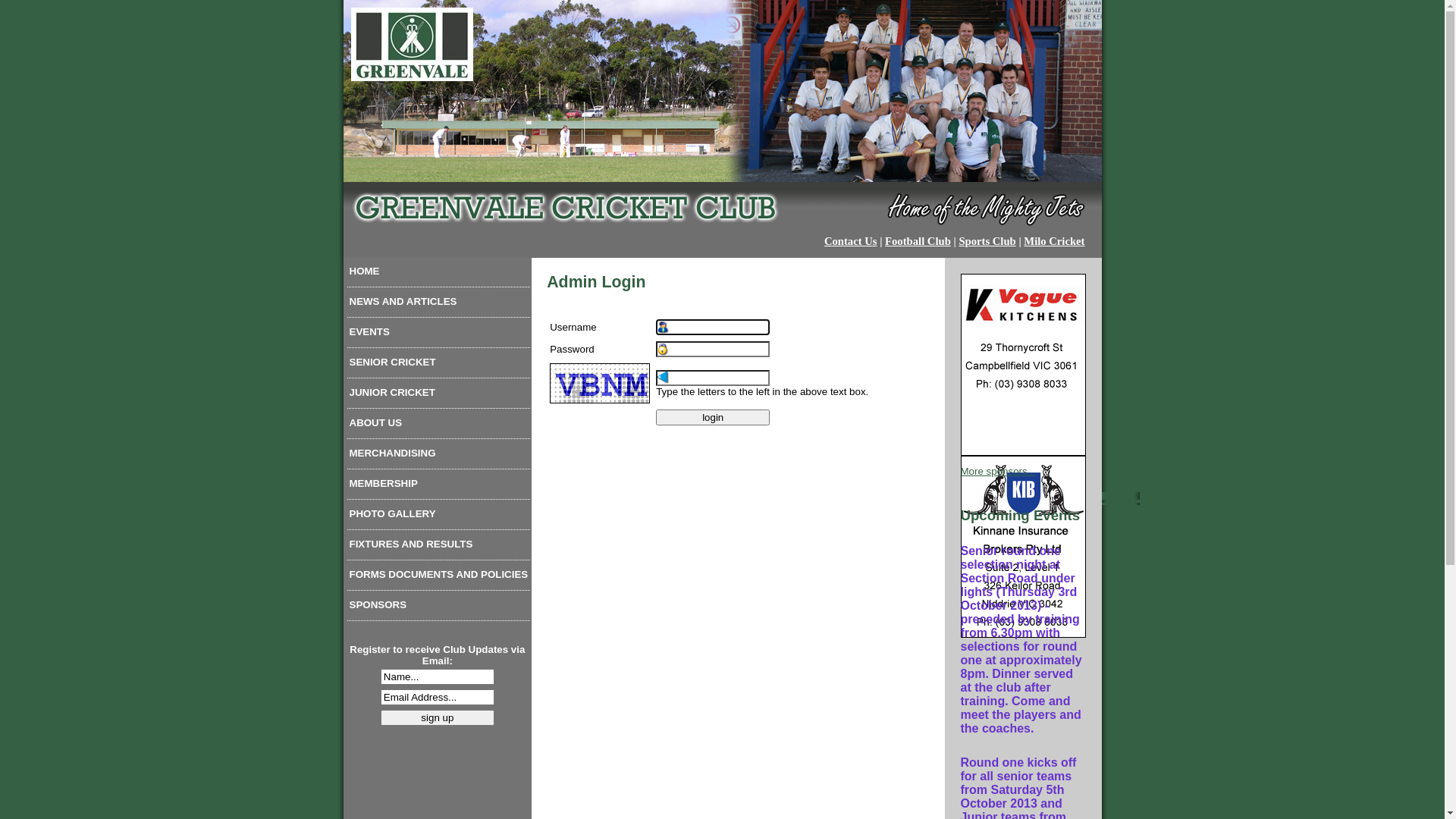  I want to click on 'JUNIOR CRICKET', so click(438, 394).